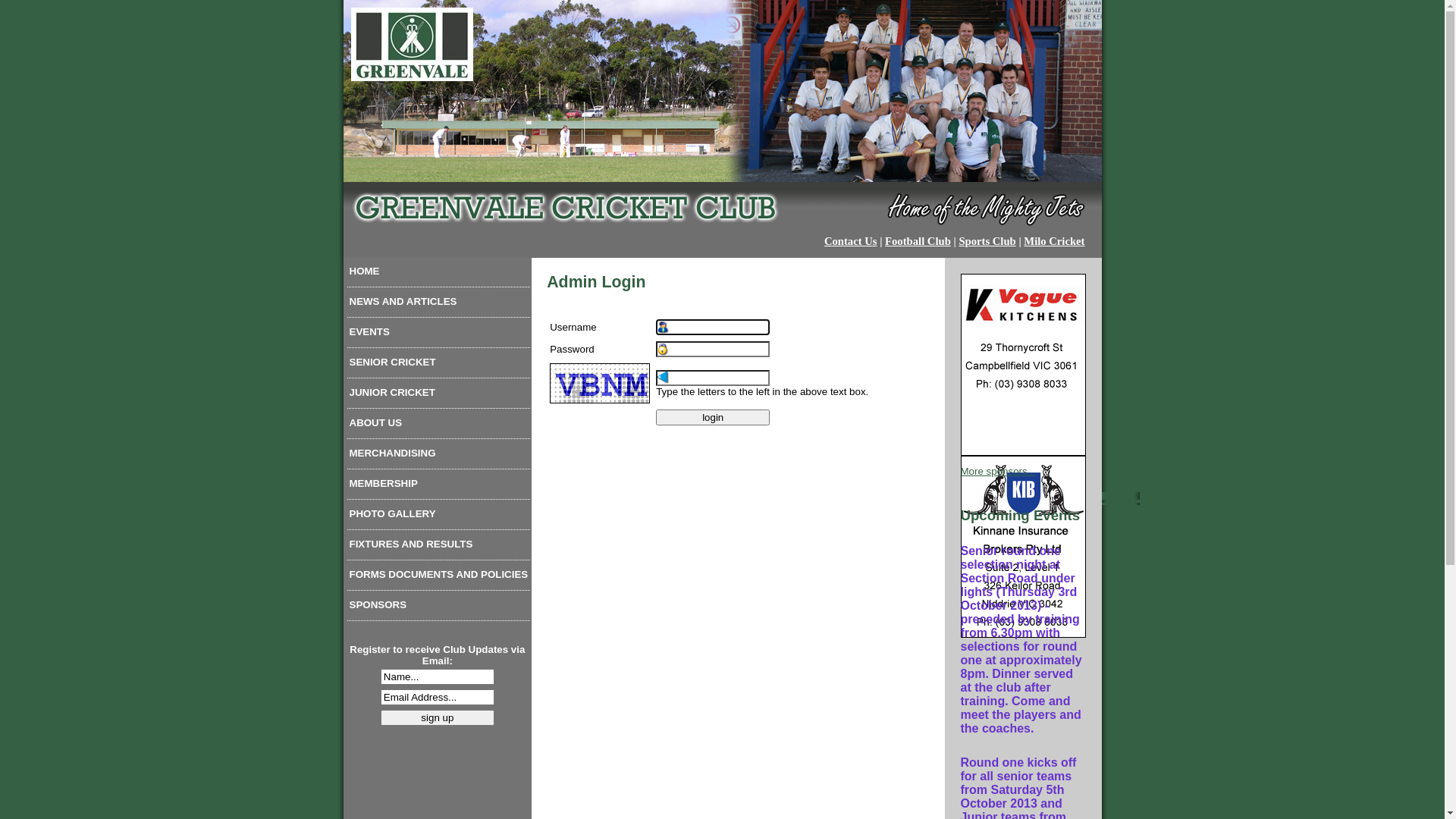  I want to click on 'JUNIOR CRICKET', so click(438, 394).